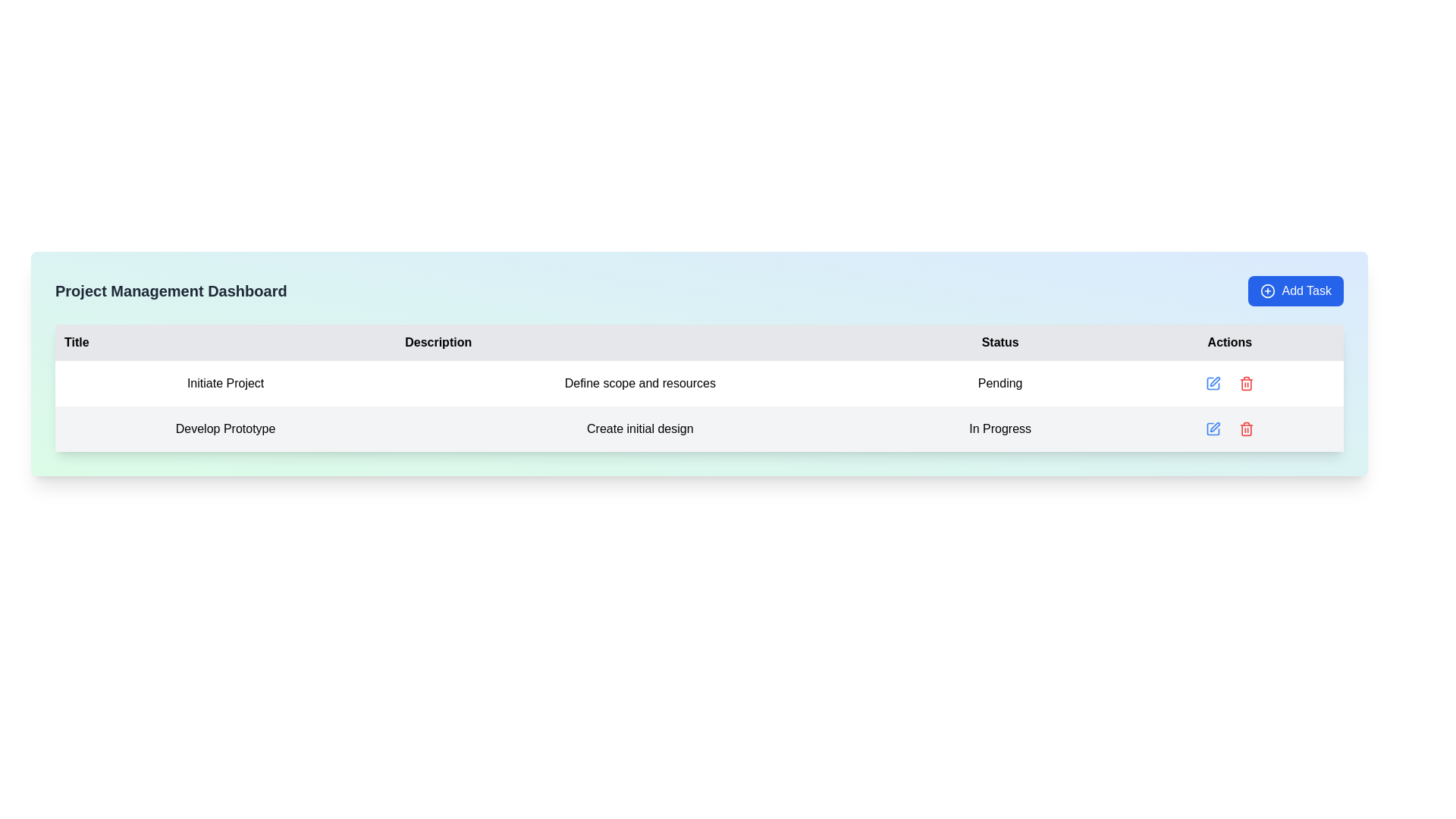 The height and width of the screenshot is (819, 1456). What do you see at coordinates (1268, 291) in the screenshot?
I see `the decorative icon located on the leftmost side of the 'Add Task' button in the top-right corner of the interface, which emphasizes the button's purpose as a call-to-action for adding tasks` at bounding box center [1268, 291].